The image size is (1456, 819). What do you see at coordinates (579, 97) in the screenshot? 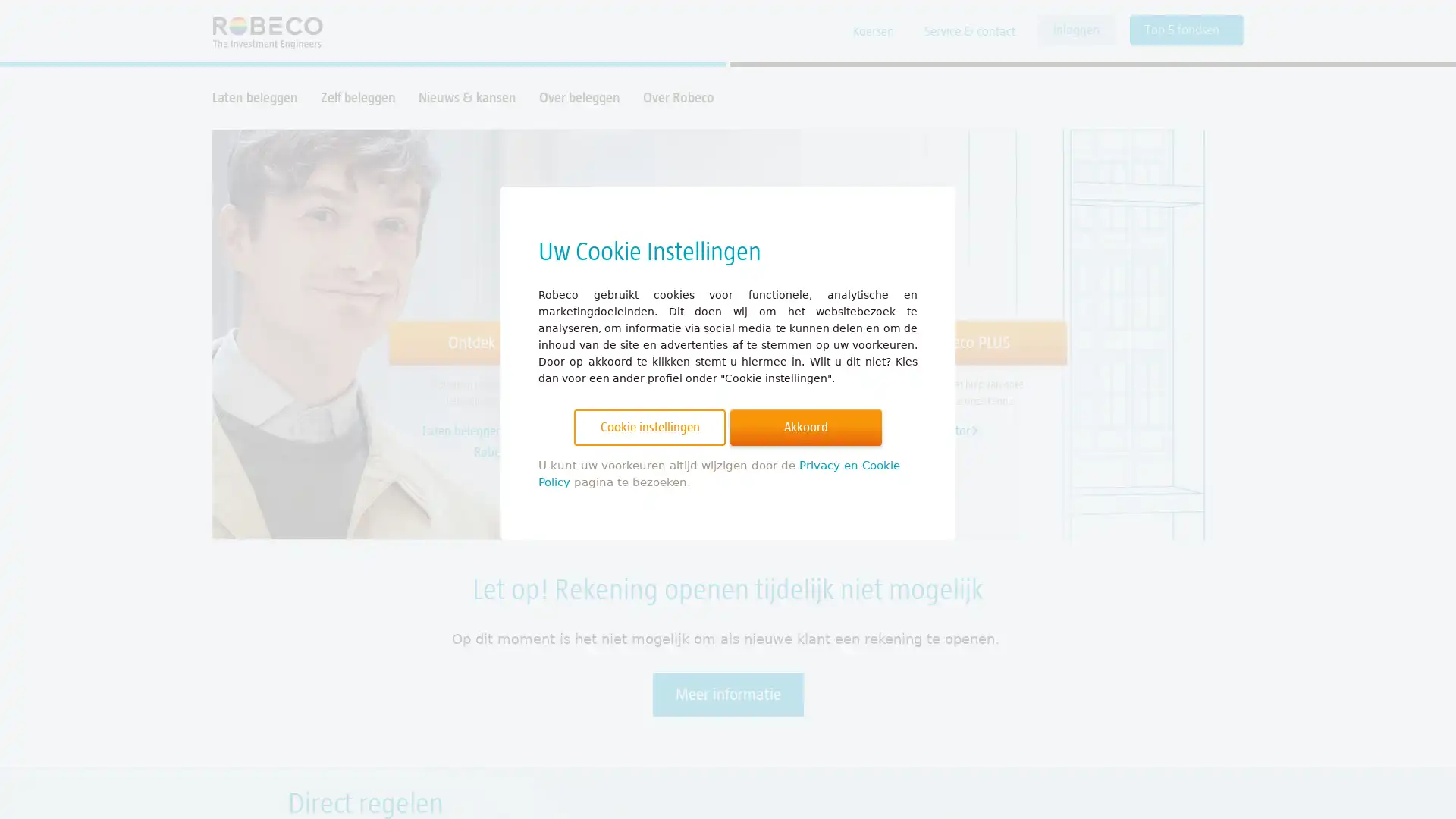
I see `Over beleggen` at bounding box center [579, 97].